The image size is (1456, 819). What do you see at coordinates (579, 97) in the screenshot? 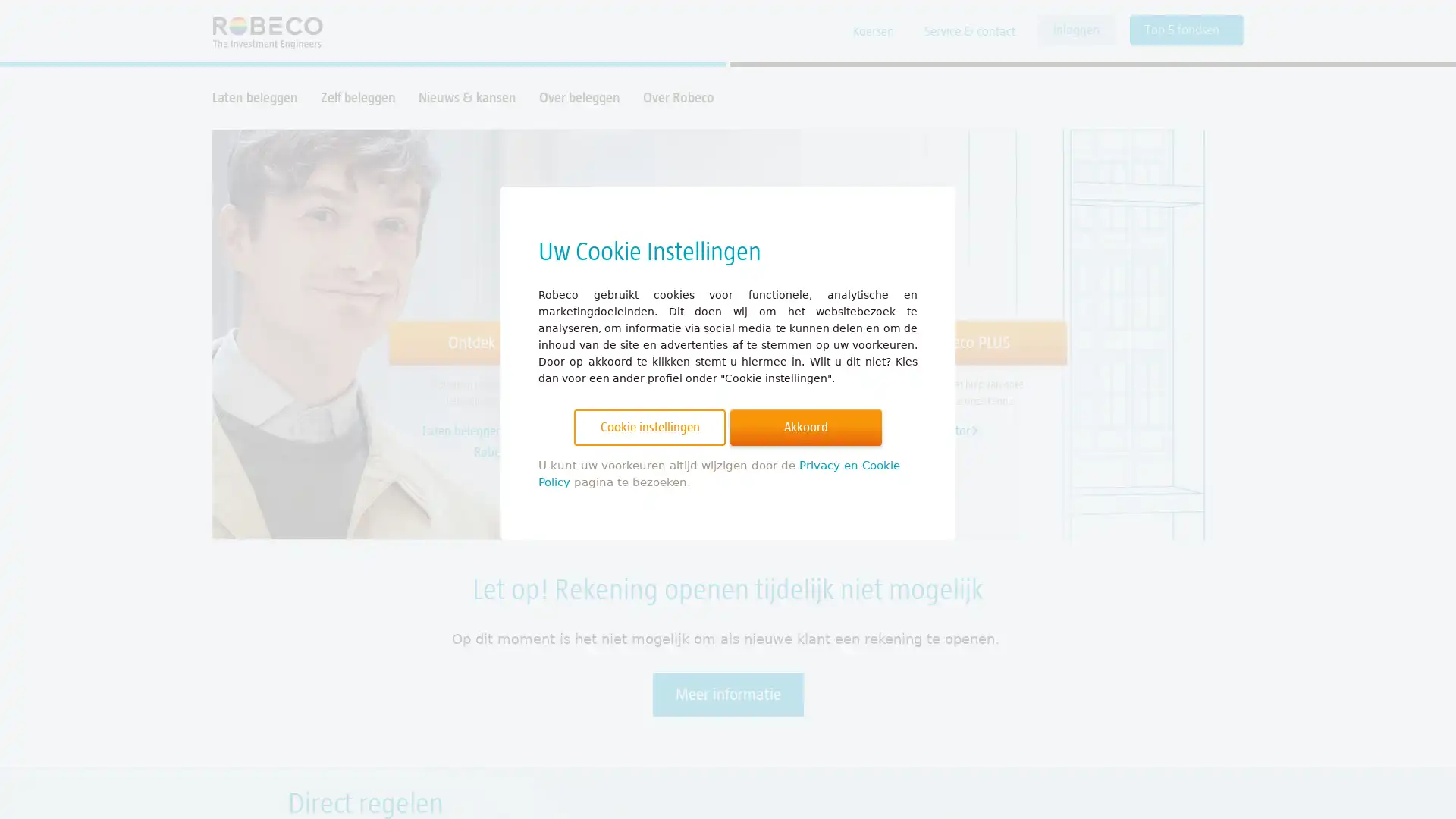
I see `Over beleggen` at bounding box center [579, 97].